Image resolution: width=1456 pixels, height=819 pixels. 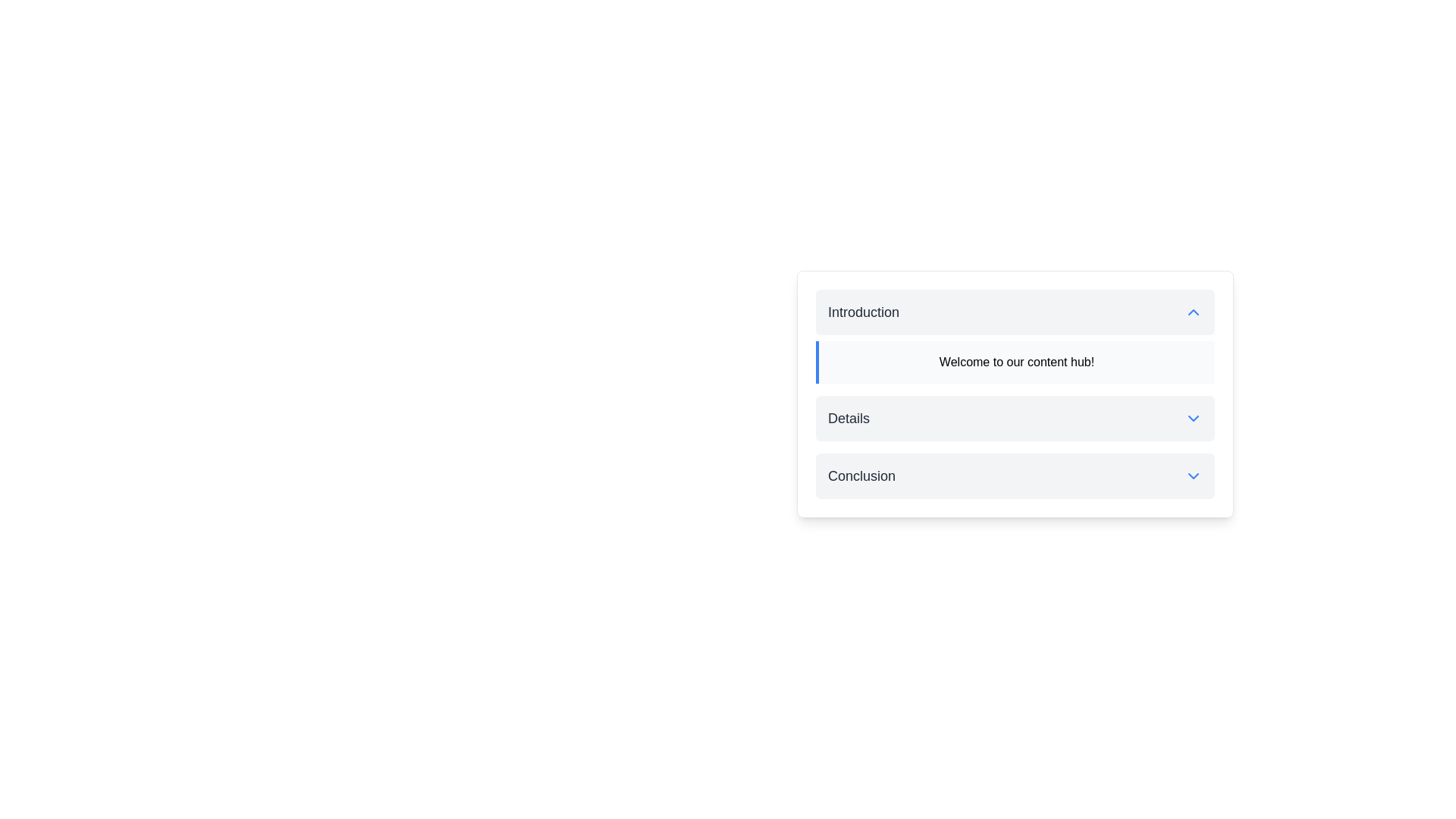 I want to click on the 'Conclusion' text label, which likely serves as a title for a collapsible section within the interface, so click(x=861, y=475).